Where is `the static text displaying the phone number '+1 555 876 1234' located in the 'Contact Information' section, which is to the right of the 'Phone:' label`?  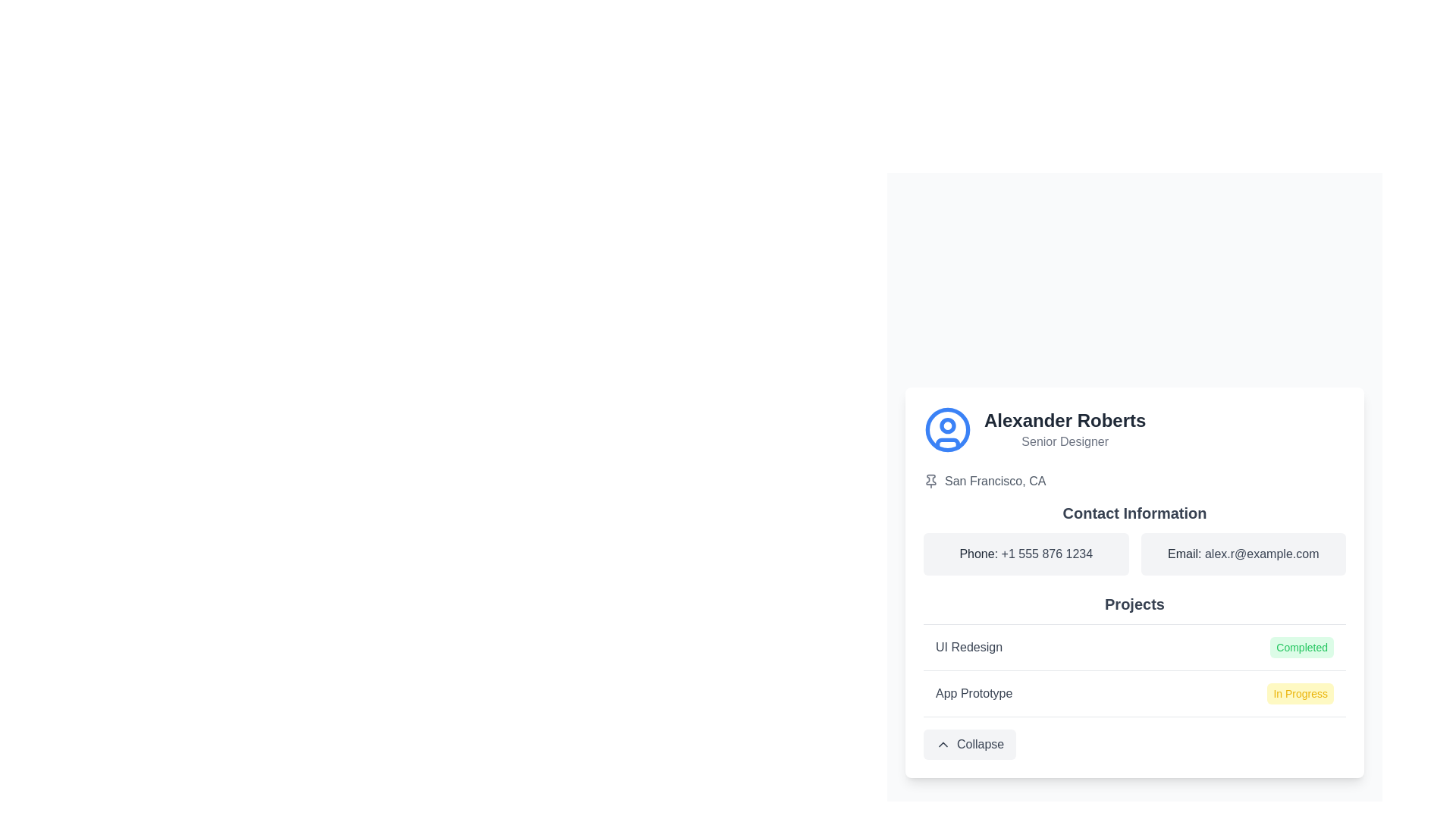 the static text displaying the phone number '+1 555 876 1234' located in the 'Contact Information' section, which is to the right of the 'Phone:' label is located at coordinates (1046, 553).